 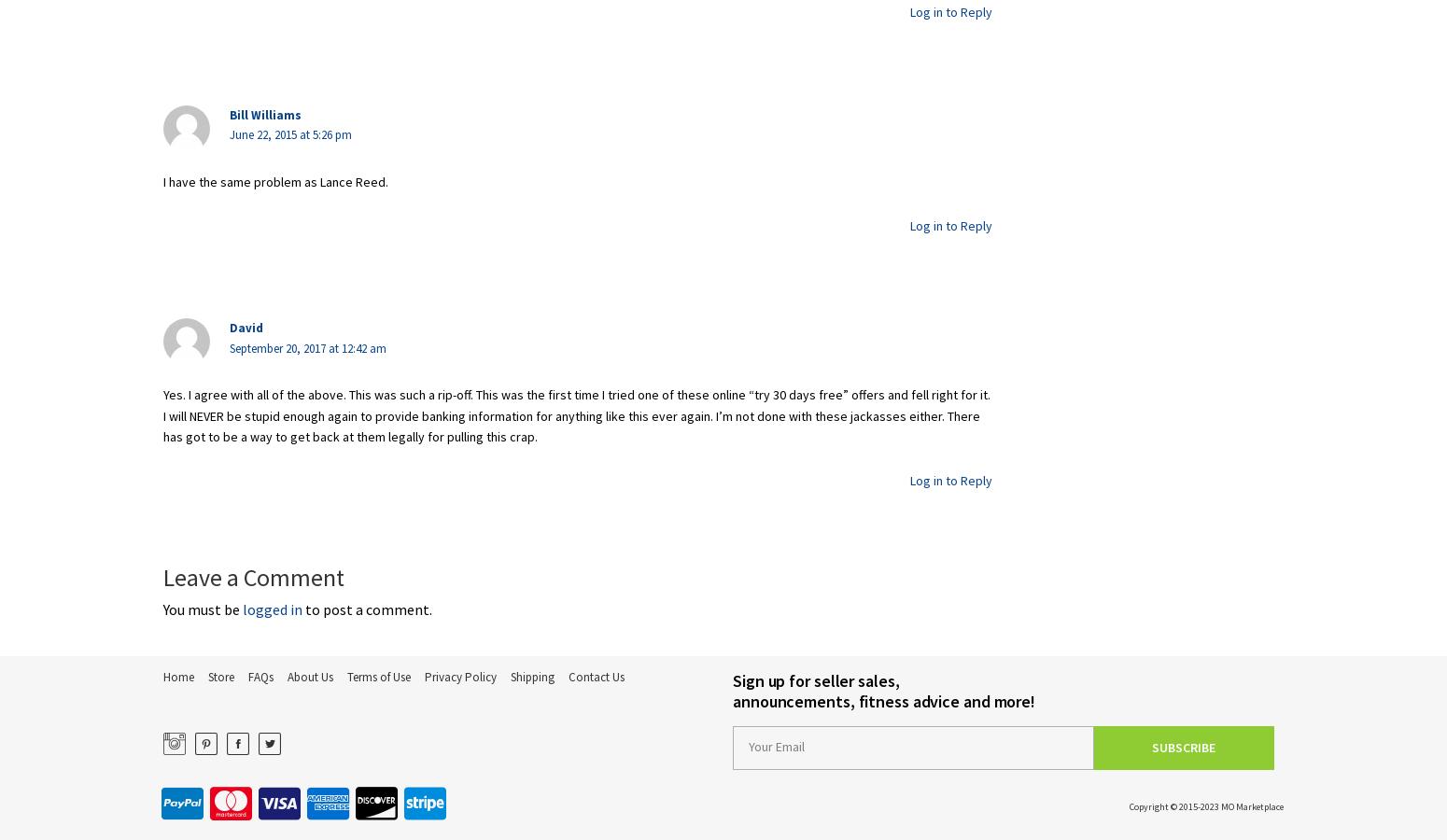 What do you see at coordinates (1129, 805) in the screenshot?
I see `'Copyright © 2015-2023 MO Marketplace'` at bounding box center [1129, 805].